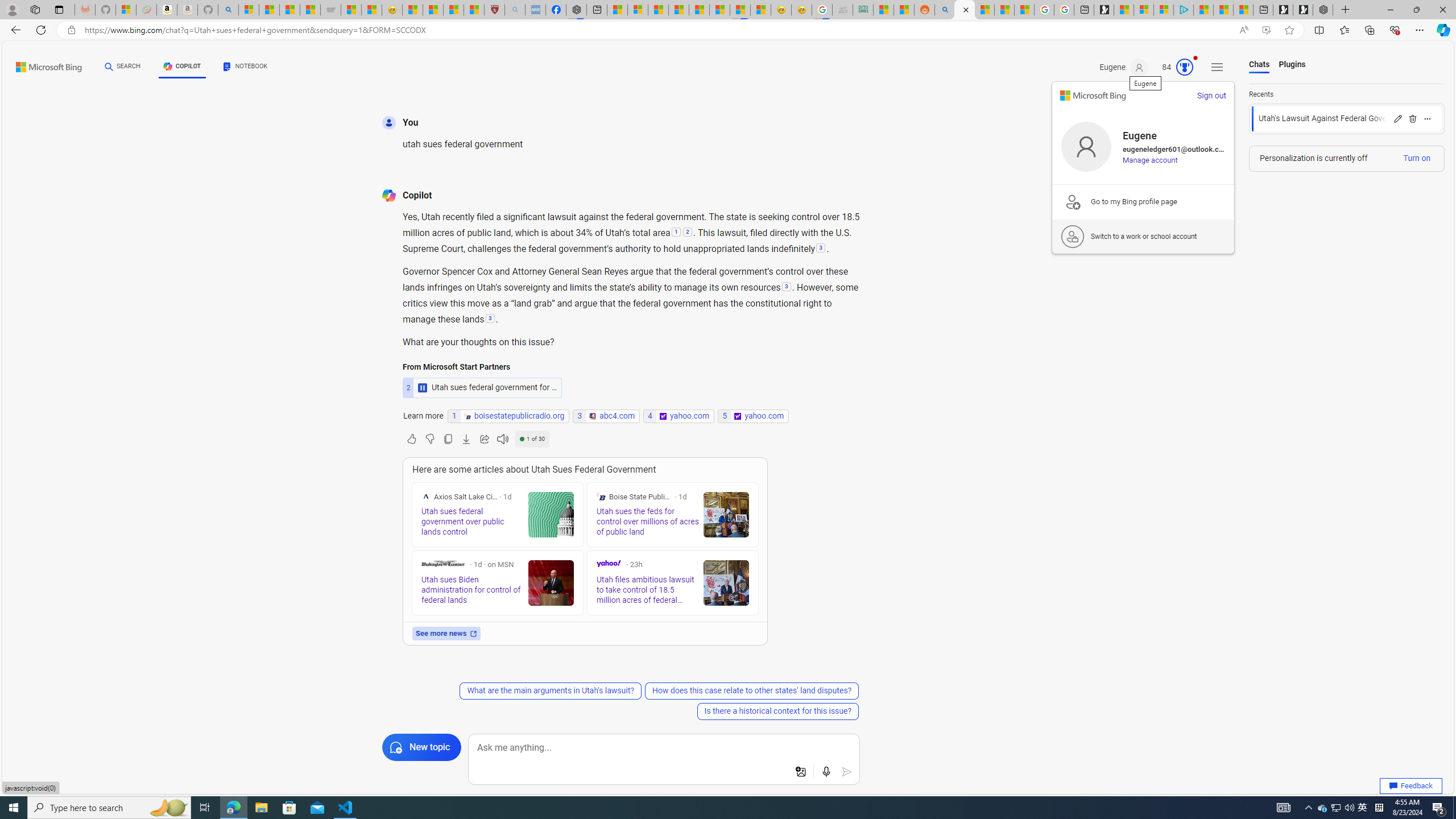 This screenshot has width=1456, height=819. I want to click on 'Back to Bing search', so click(42, 64).